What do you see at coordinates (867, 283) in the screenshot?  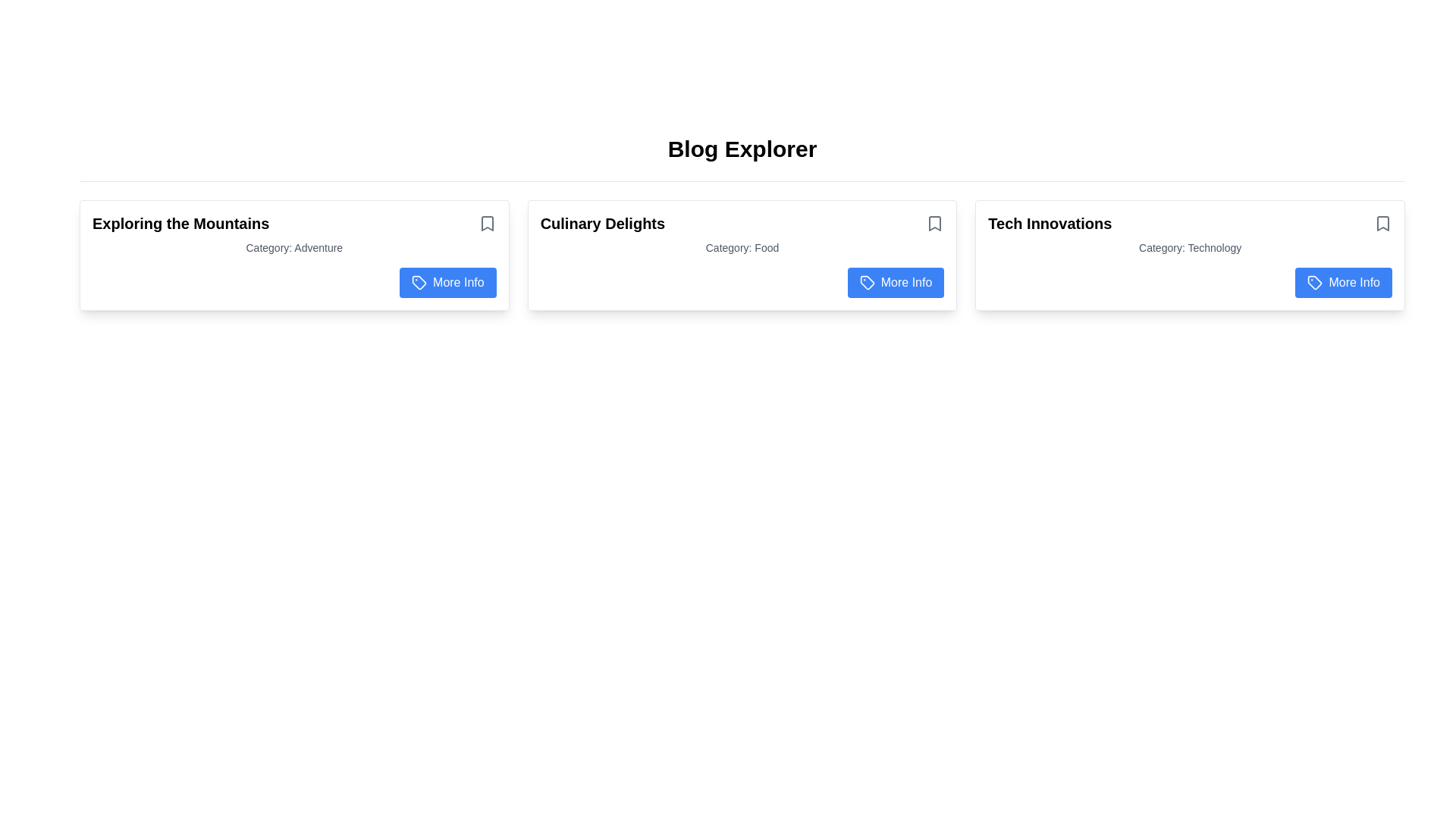 I see `the 'More Info' icon within the second card labeled 'Culinary Delights'` at bounding box center [867, 283].